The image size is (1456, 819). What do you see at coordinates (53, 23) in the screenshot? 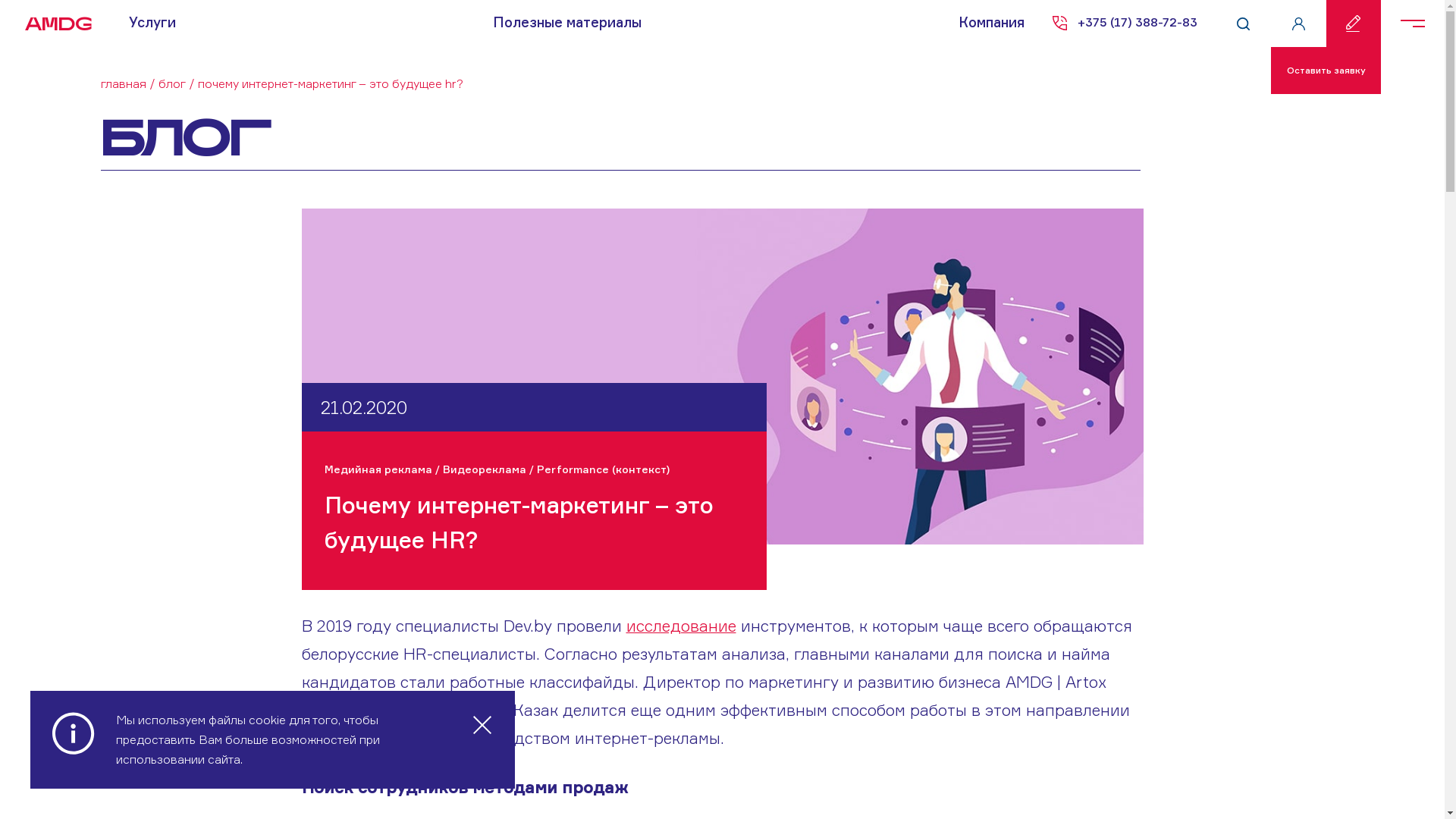
I see `'AMDG'` at bounding box center [53, 23].